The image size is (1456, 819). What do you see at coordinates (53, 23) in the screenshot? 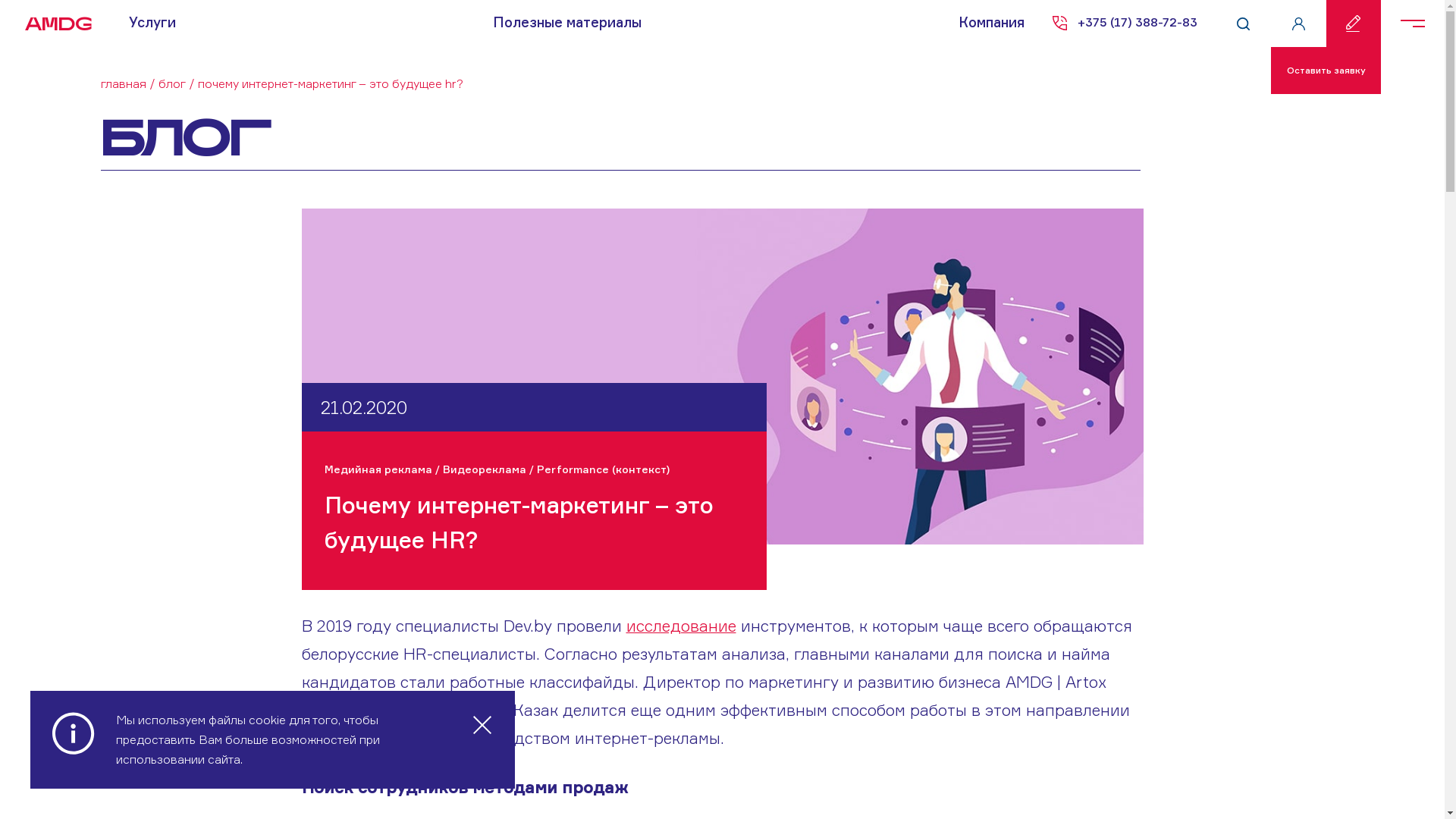
I see `'AMDG'` at bounding box center [53, 23].